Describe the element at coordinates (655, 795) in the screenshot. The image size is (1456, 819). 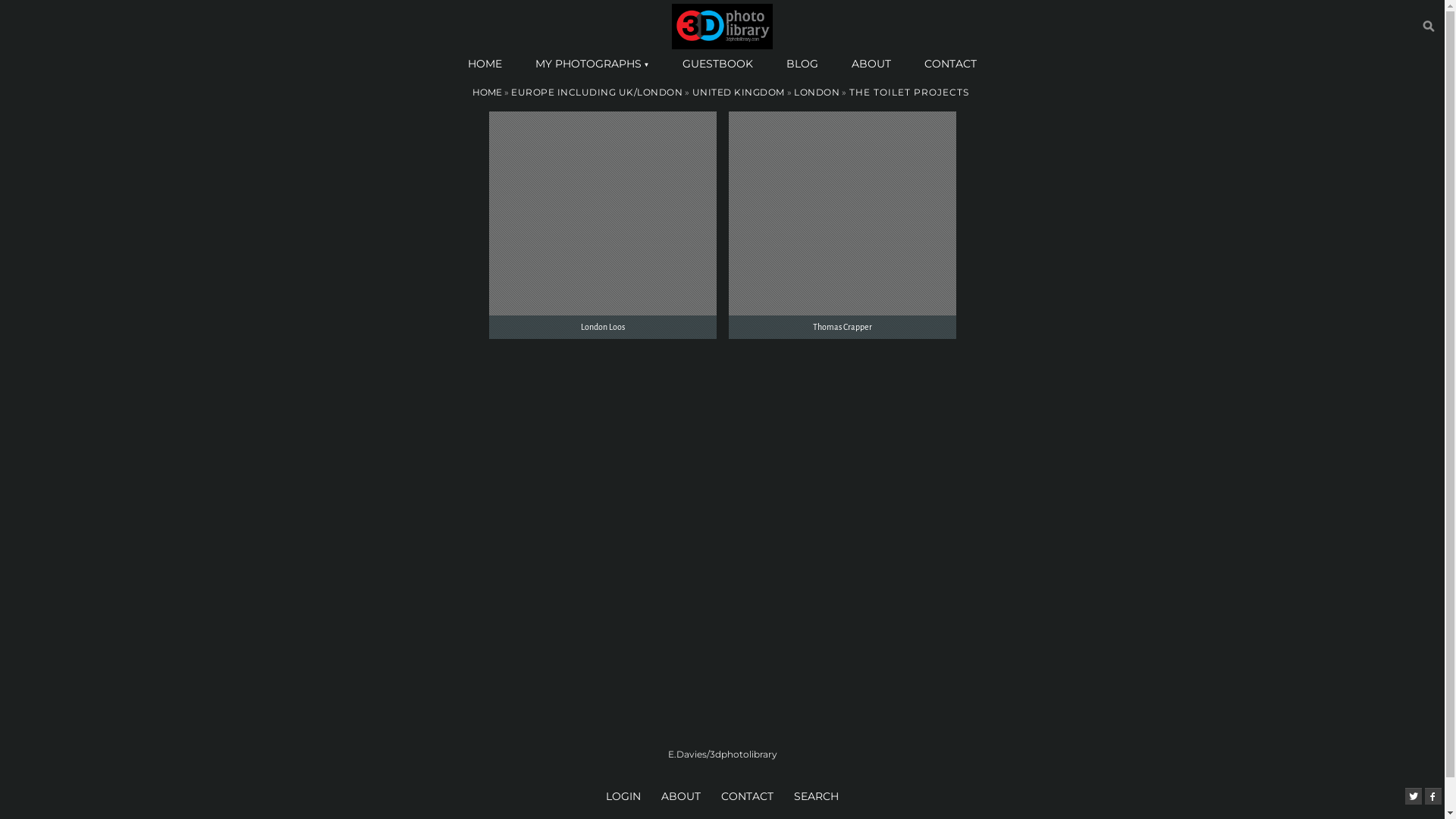
I see `'ABOUT'` at that location.